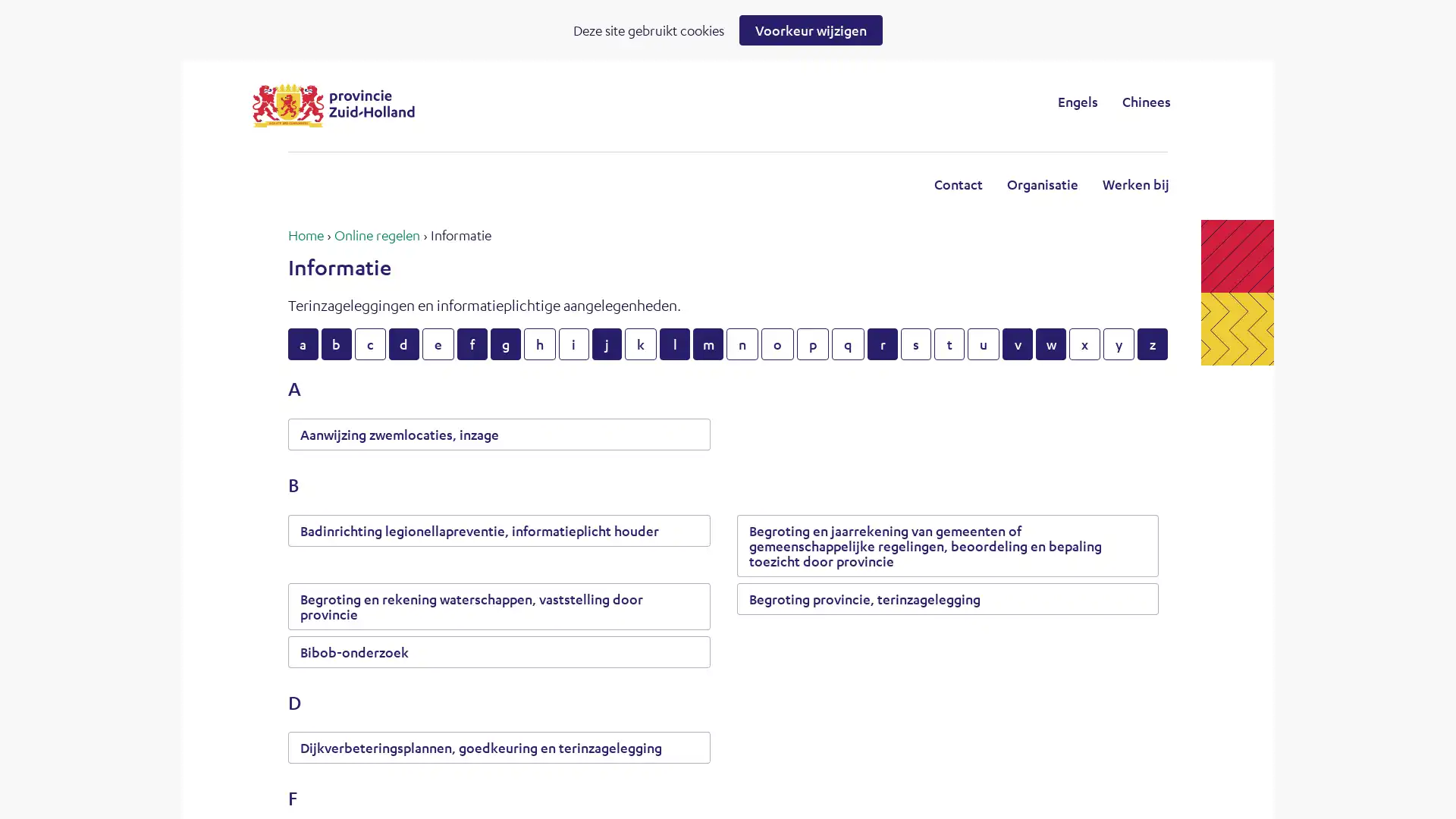  Describe the element at coordinates (852, 101) in the screenshot. I see `Zoeken` at that location.